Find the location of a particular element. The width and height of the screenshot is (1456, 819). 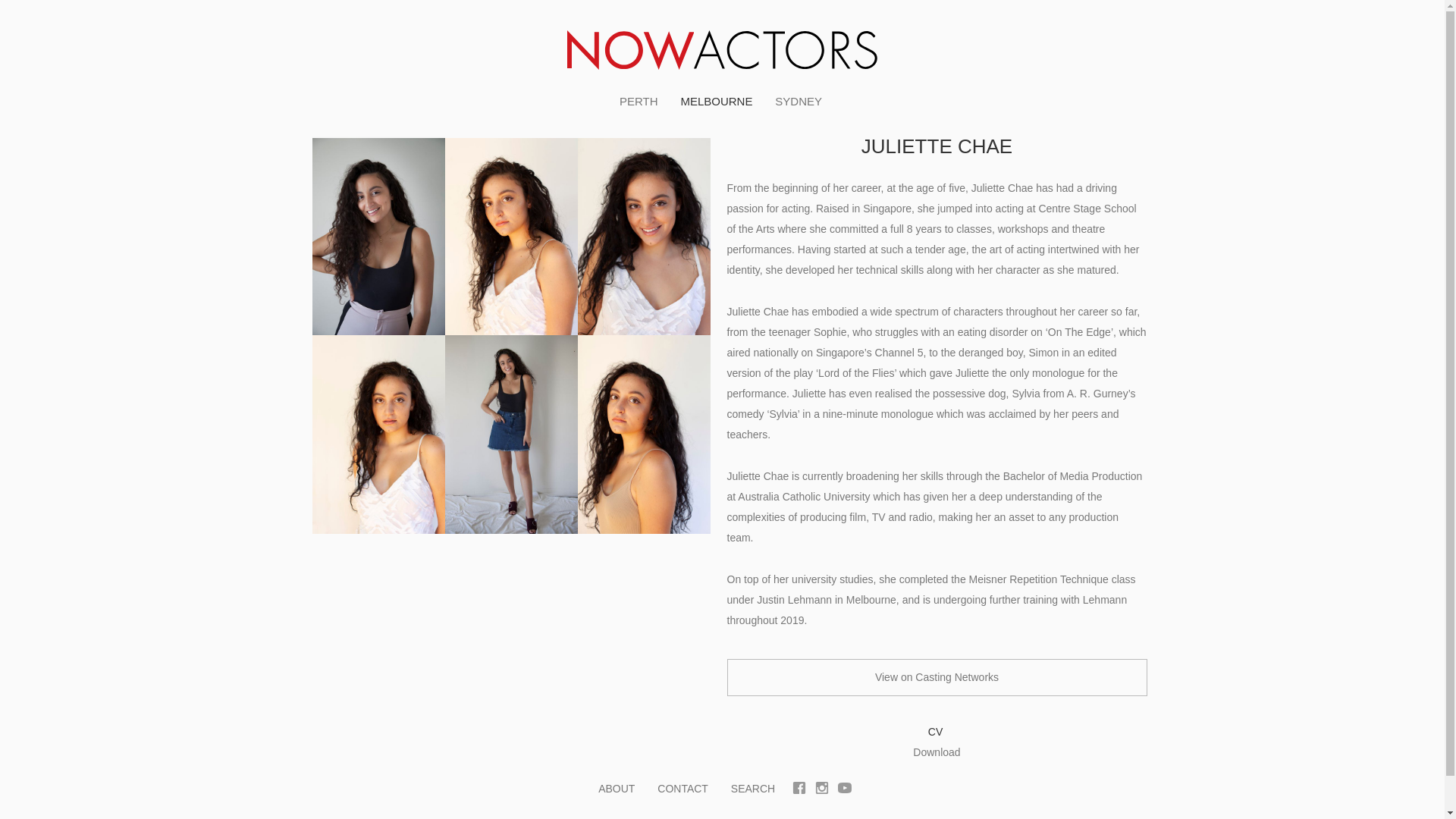

'CONTACT' is located at coordinates (682, 788).